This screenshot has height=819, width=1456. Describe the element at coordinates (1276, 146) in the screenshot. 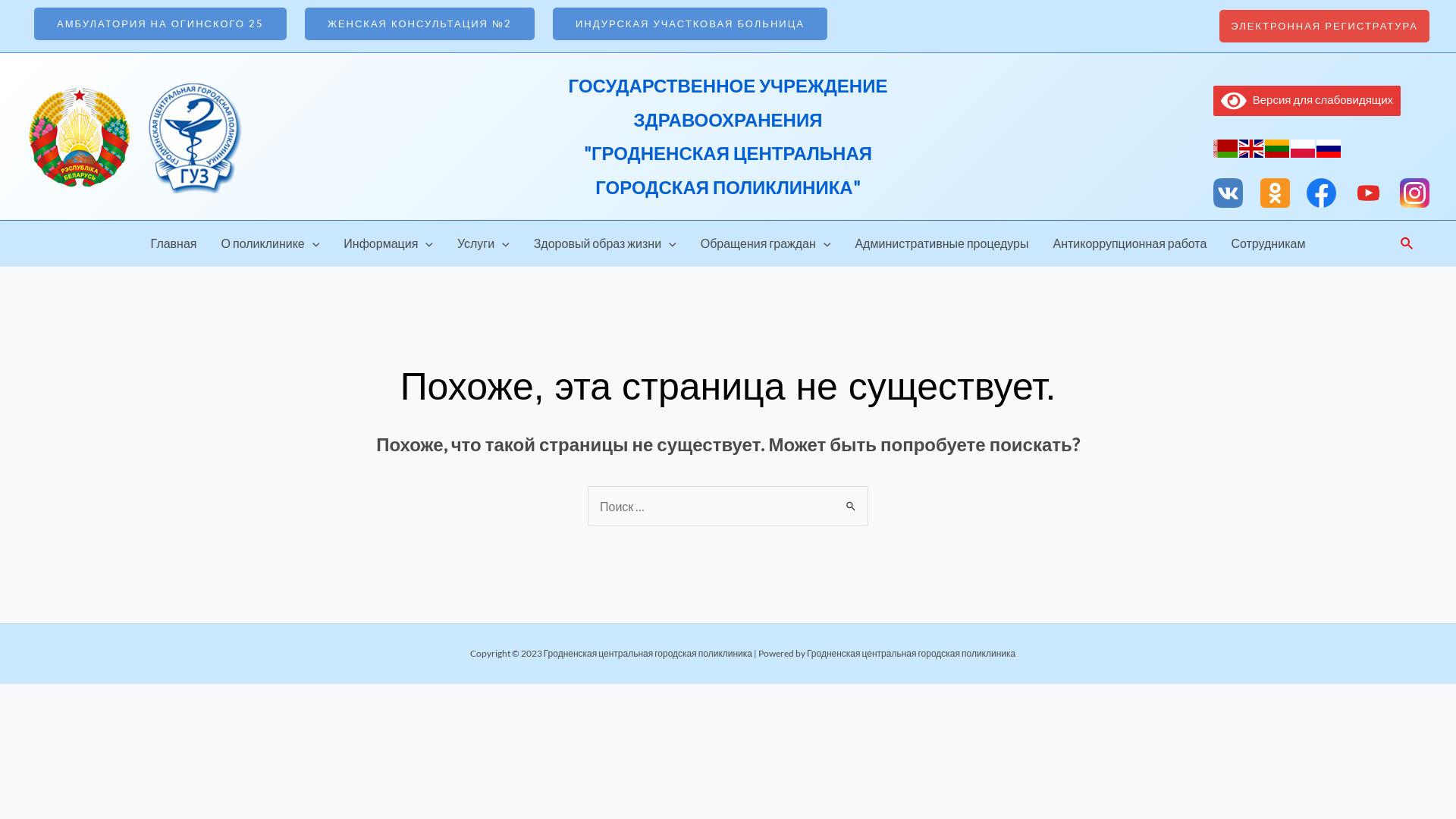

I see `'Lithuanian'` at that location.